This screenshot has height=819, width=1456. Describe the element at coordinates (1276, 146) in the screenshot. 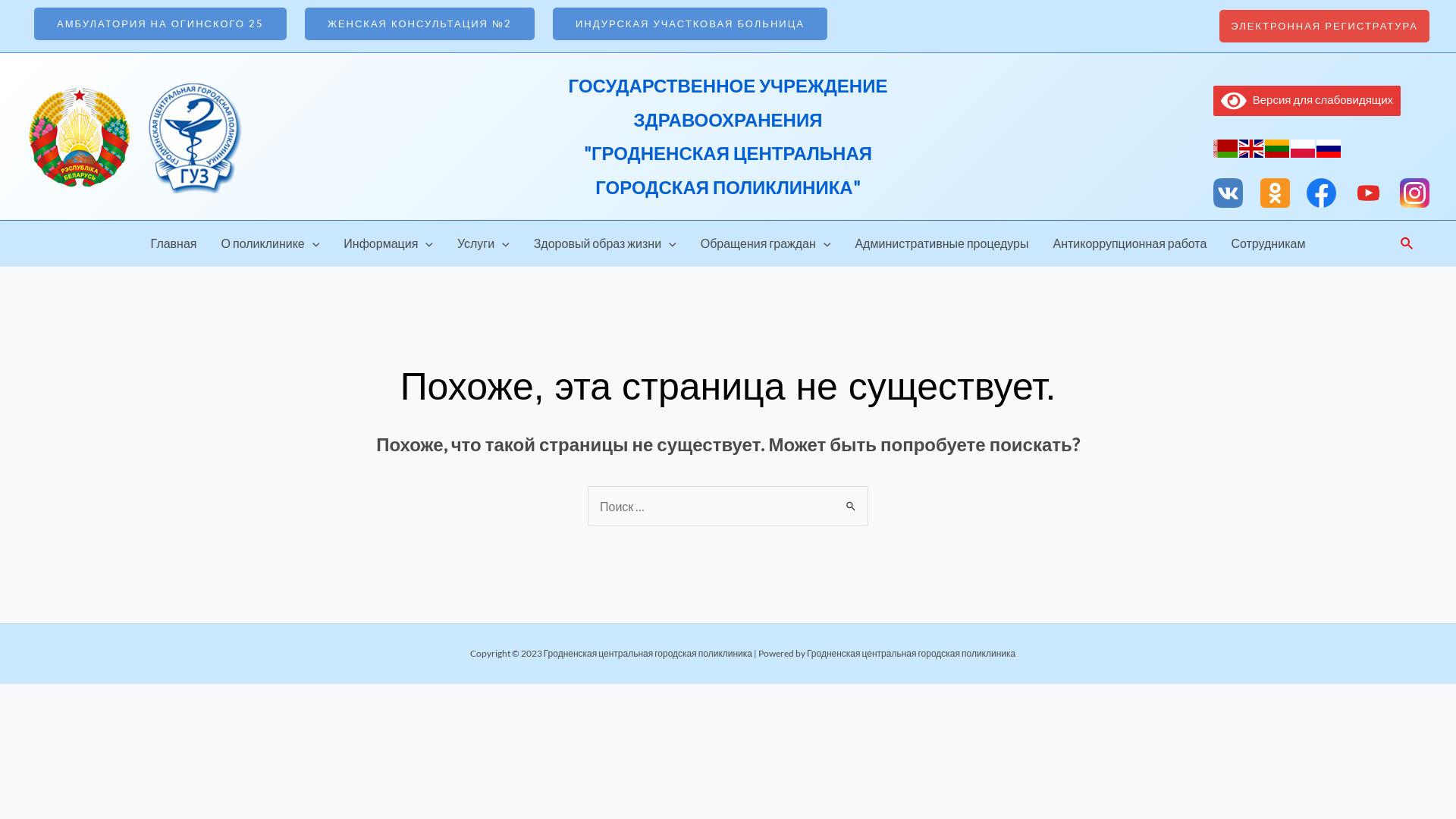

I see `'Lithuanian'` at that location.